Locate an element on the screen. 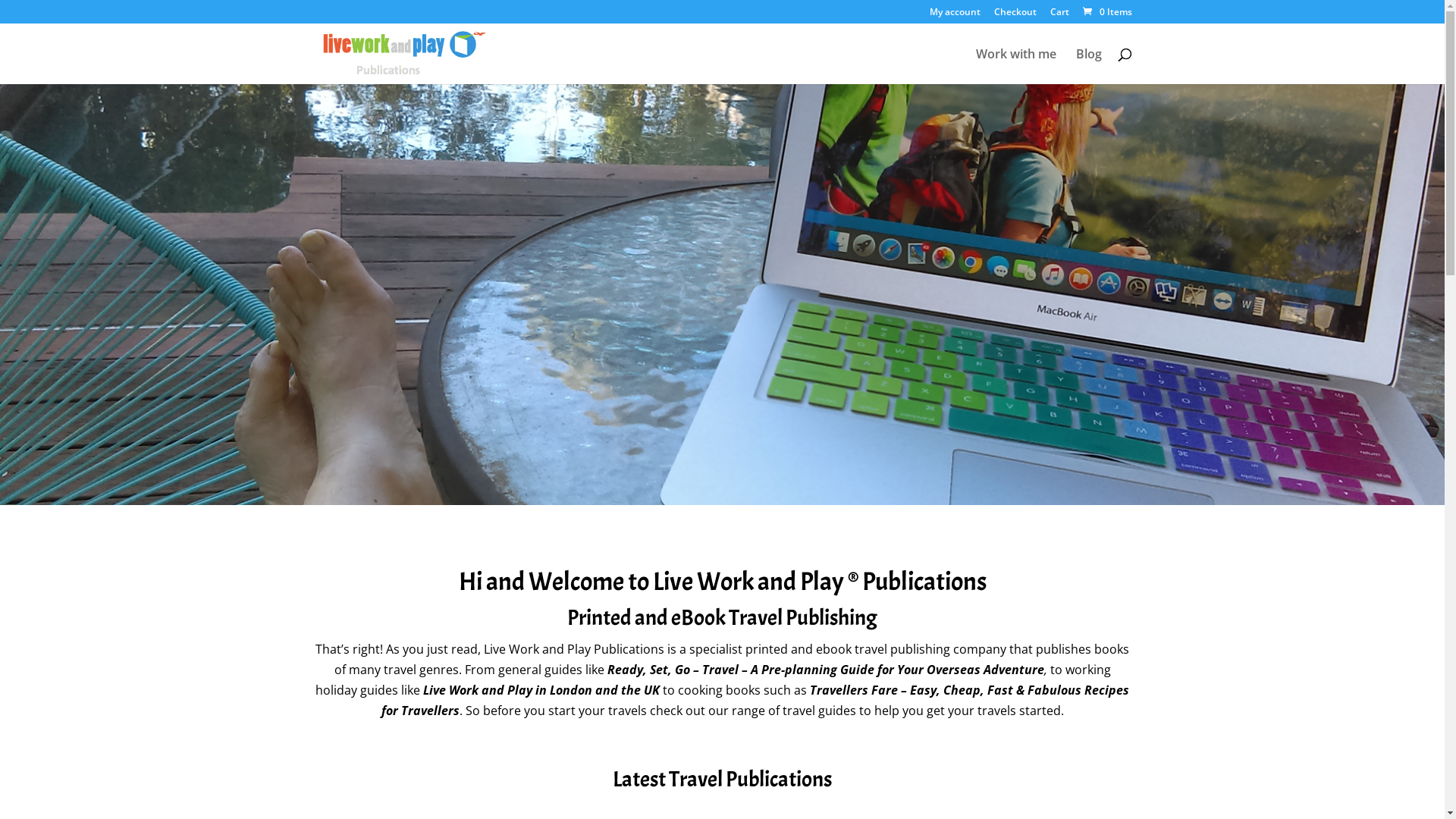 This screenshot has height=819, width=1456. 'Checkout' is located at coordinates (1015, 15).